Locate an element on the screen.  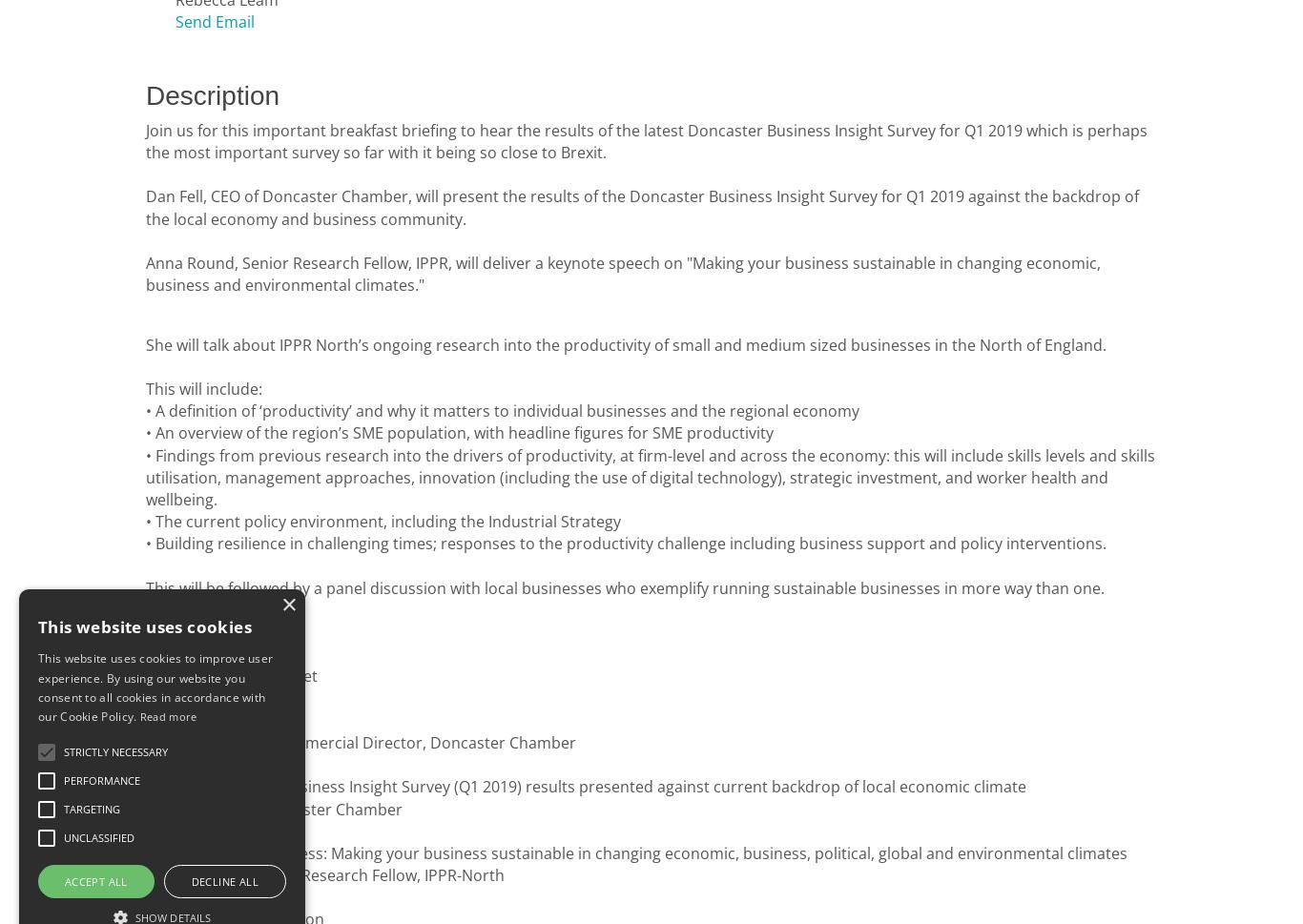
'- Anna Round, Senior Research Fellow, IPPR-North' is located at coordinates (324, 875).